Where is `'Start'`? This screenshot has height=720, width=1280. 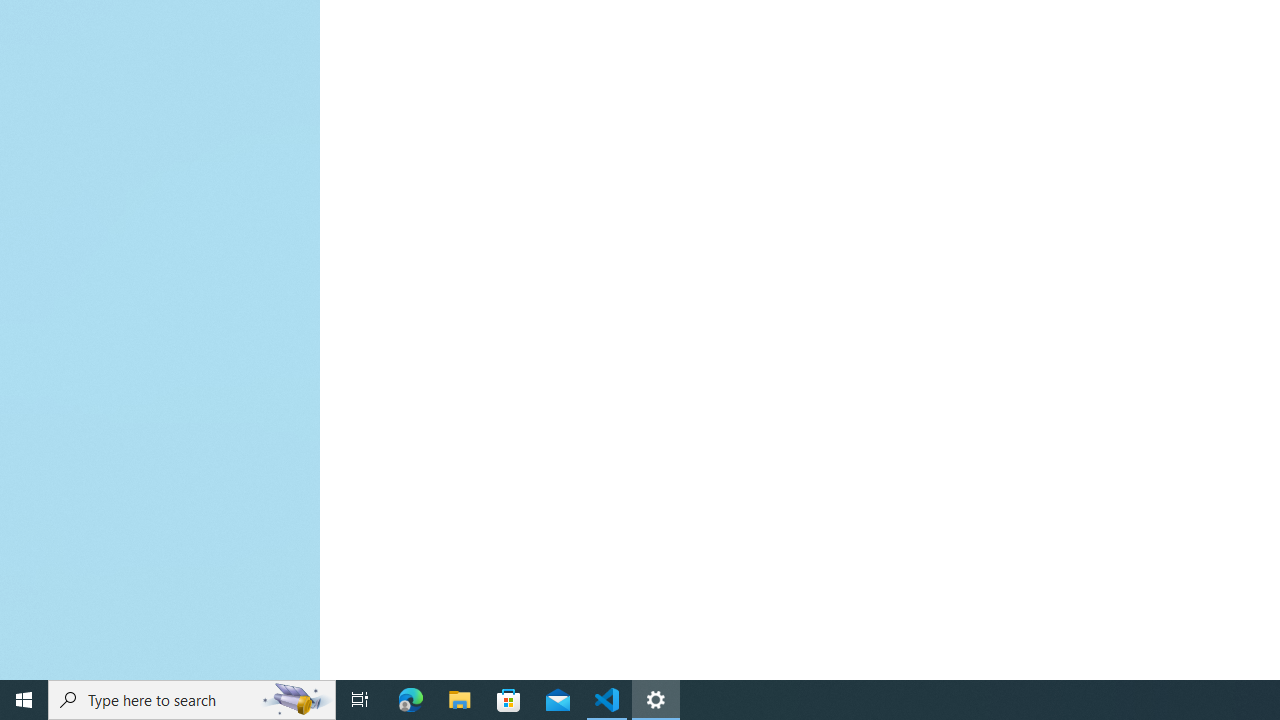
'Start' is located at coordinates (24, 698).